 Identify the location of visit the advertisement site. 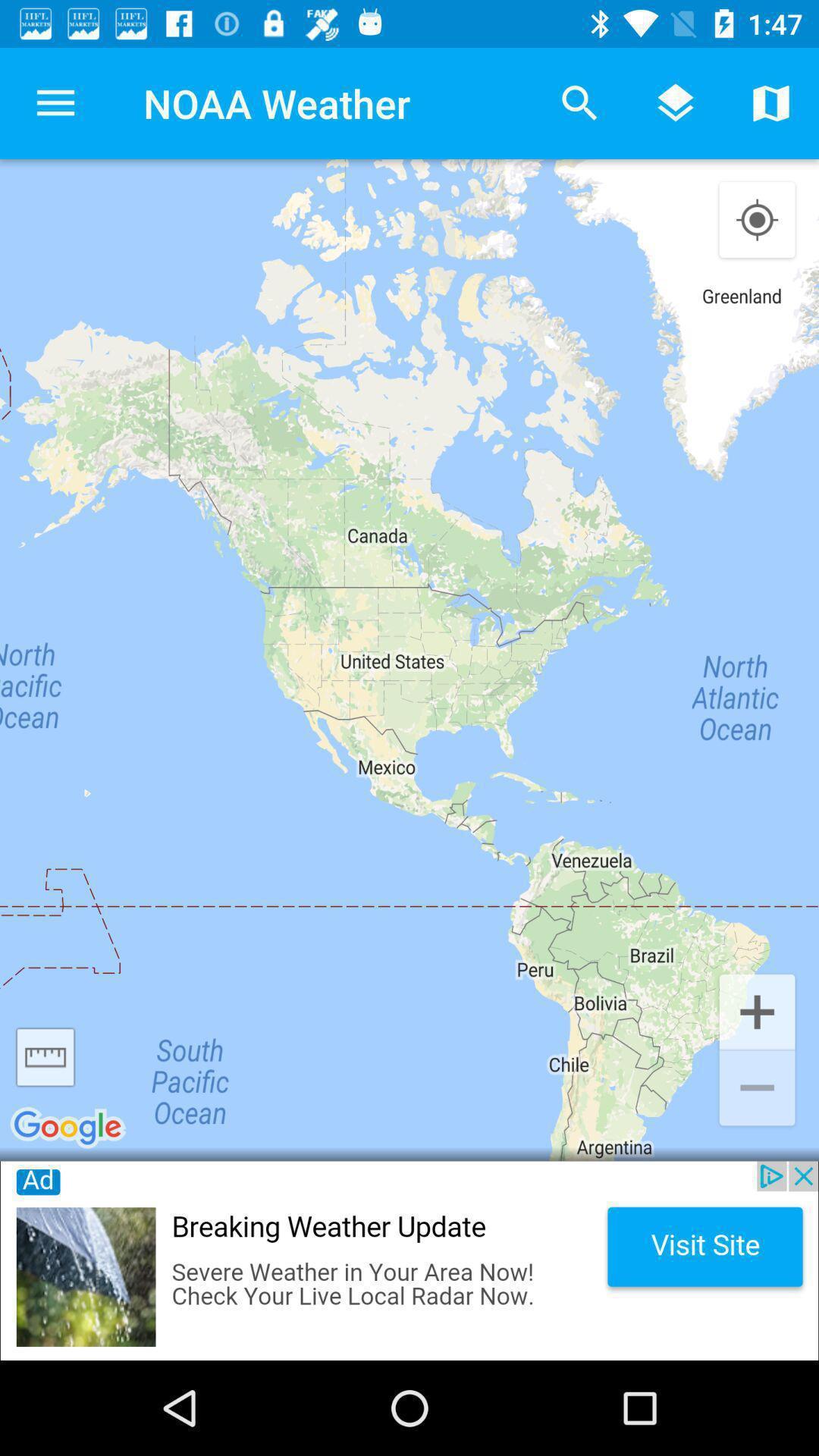
(409, 1260).